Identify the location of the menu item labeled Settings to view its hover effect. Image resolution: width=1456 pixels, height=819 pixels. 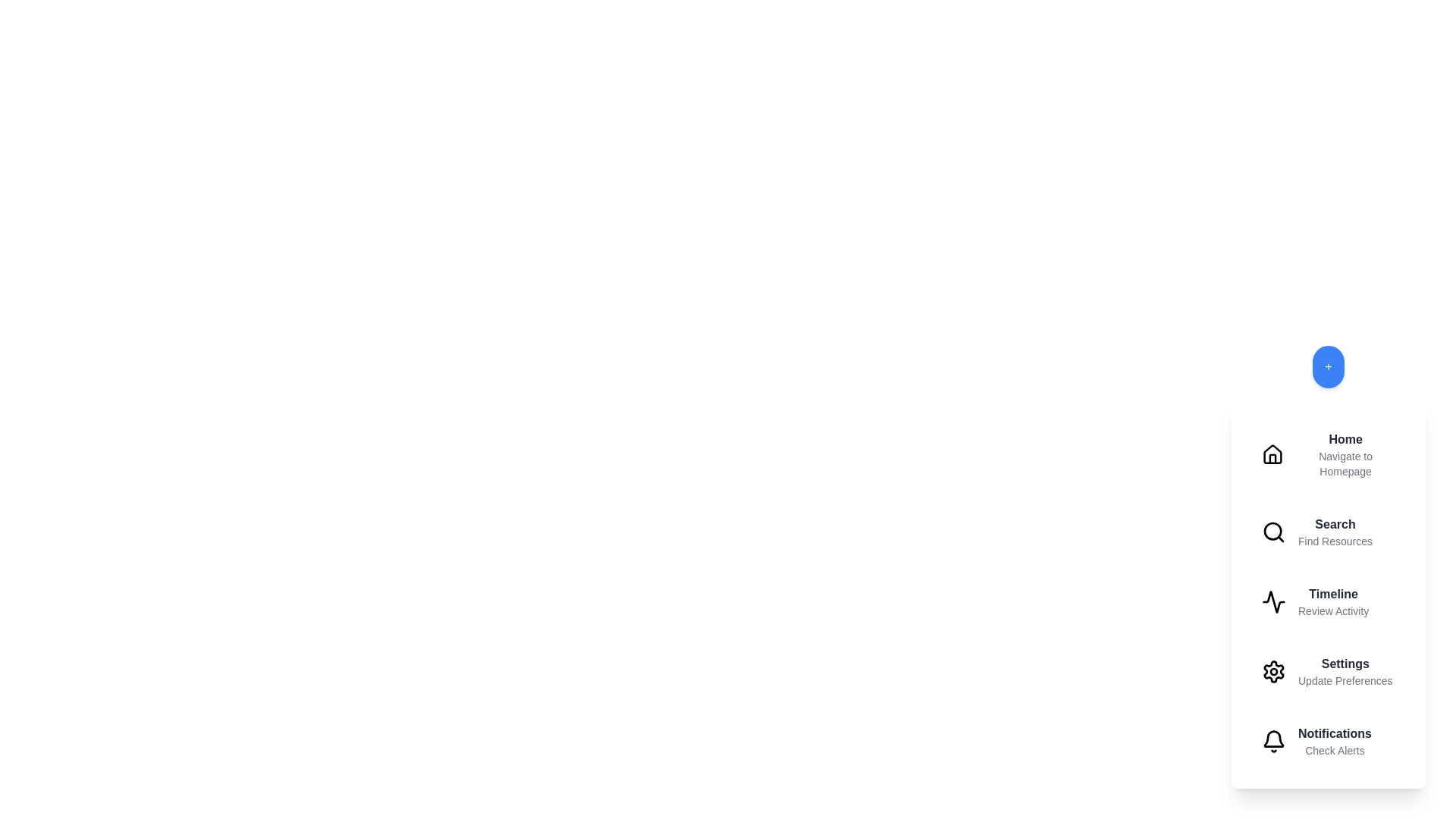
(1328, 671).